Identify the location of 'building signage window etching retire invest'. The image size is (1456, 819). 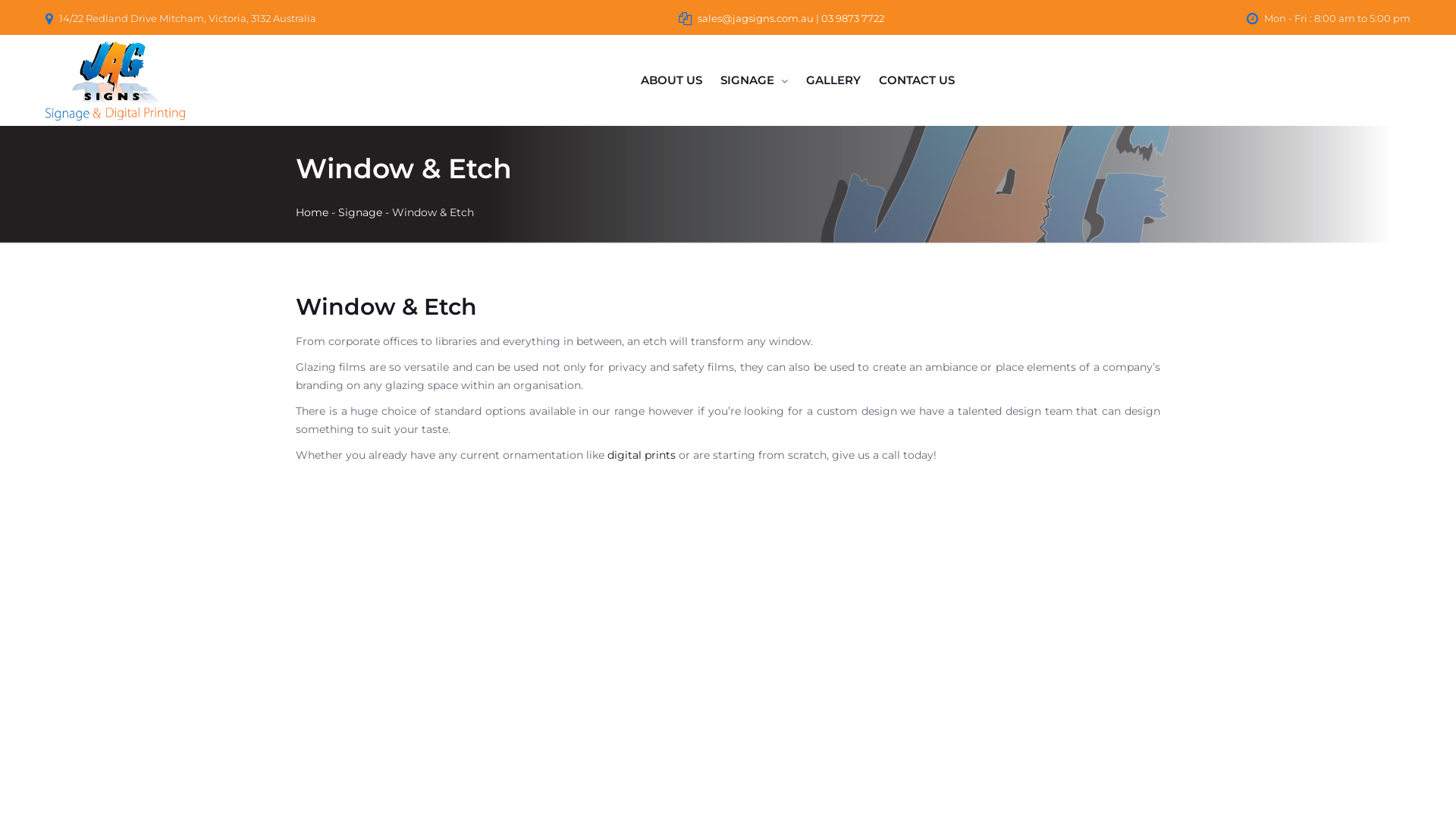
(1023, 623).